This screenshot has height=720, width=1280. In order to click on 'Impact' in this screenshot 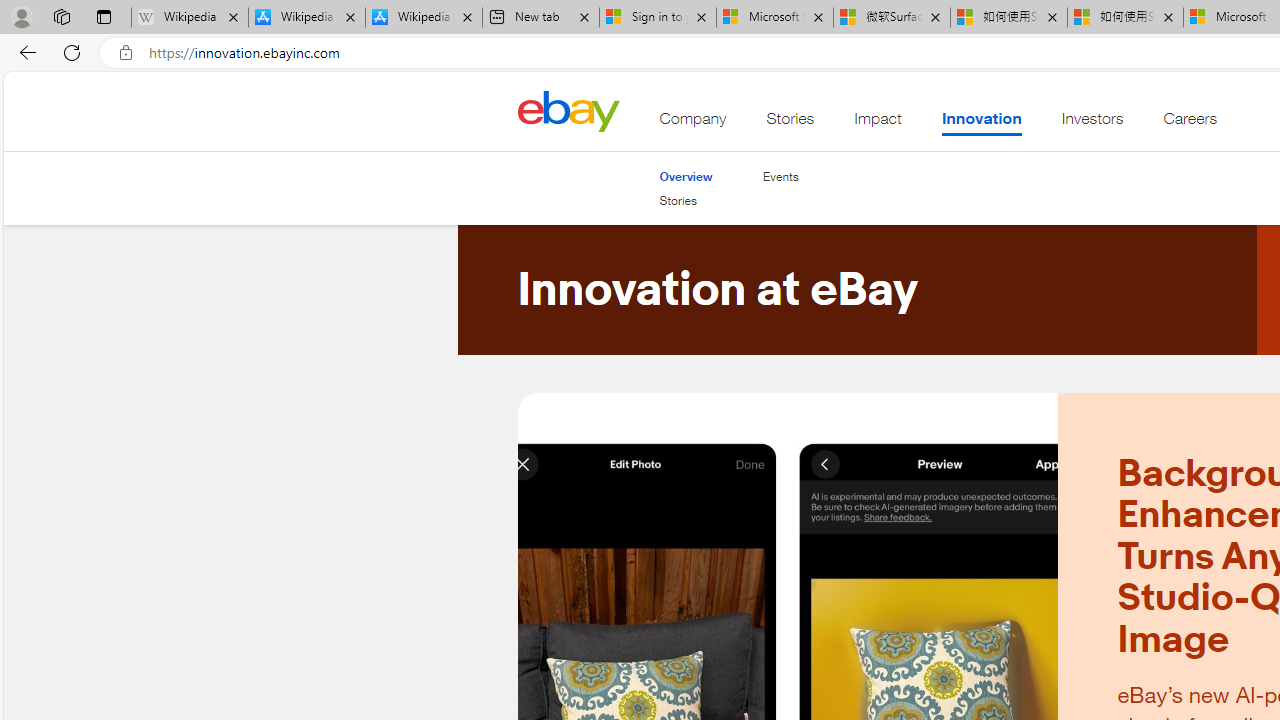, I will do `click(878, 123)`.